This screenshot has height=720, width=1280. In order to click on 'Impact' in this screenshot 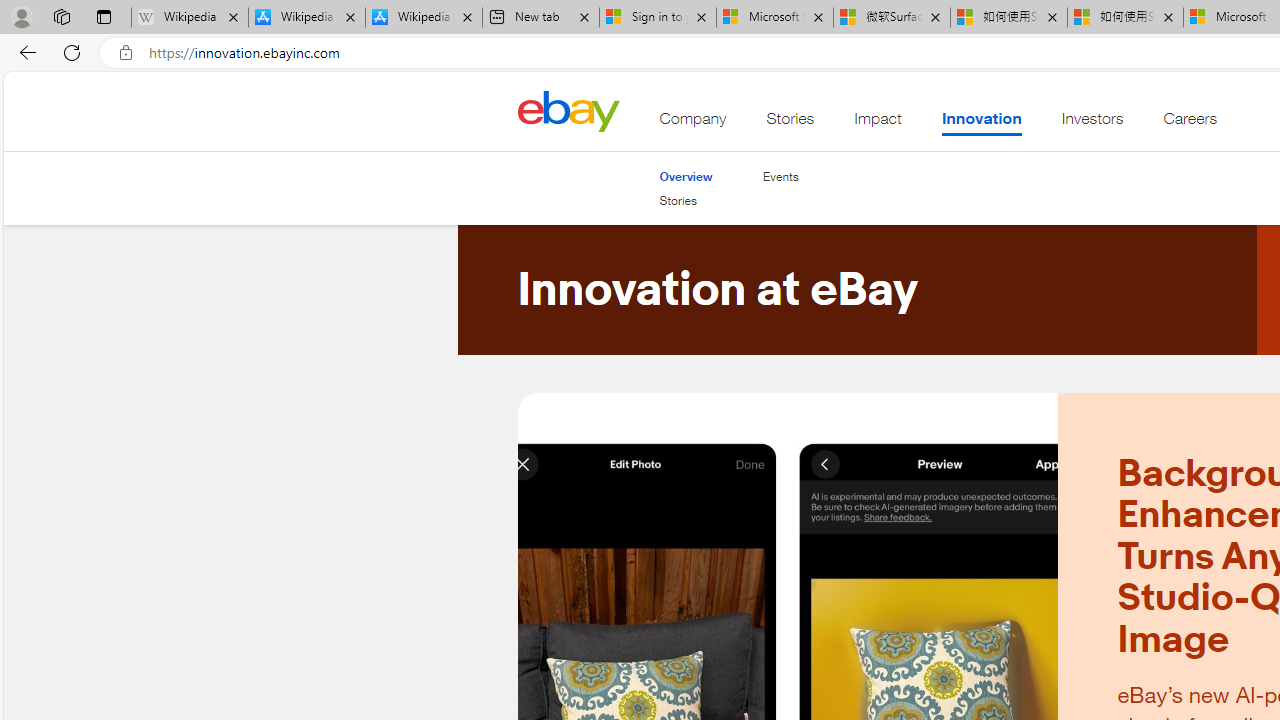, I will do `click(878, 123)`.